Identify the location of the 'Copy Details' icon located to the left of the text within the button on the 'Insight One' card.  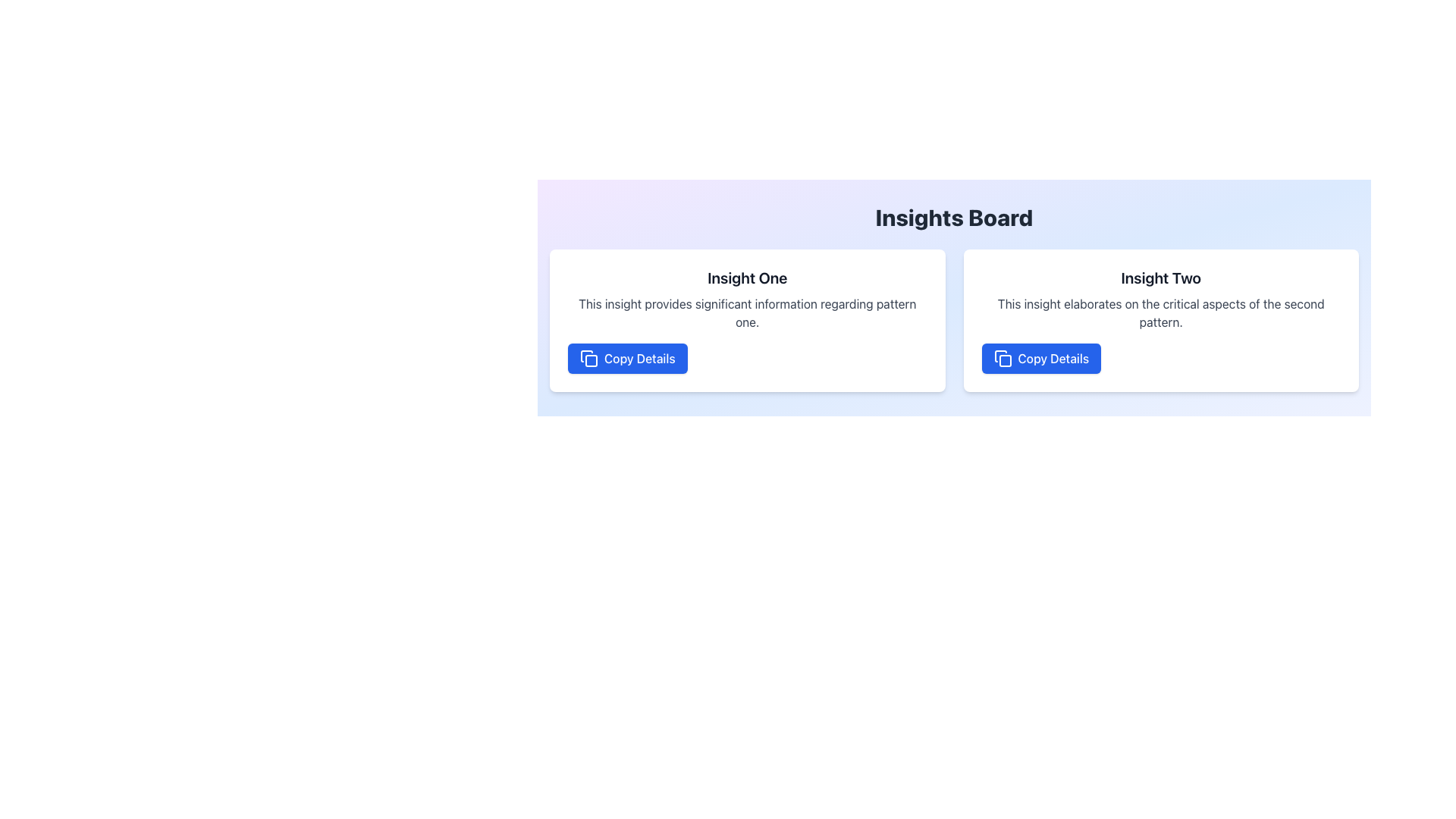
(590, 360).